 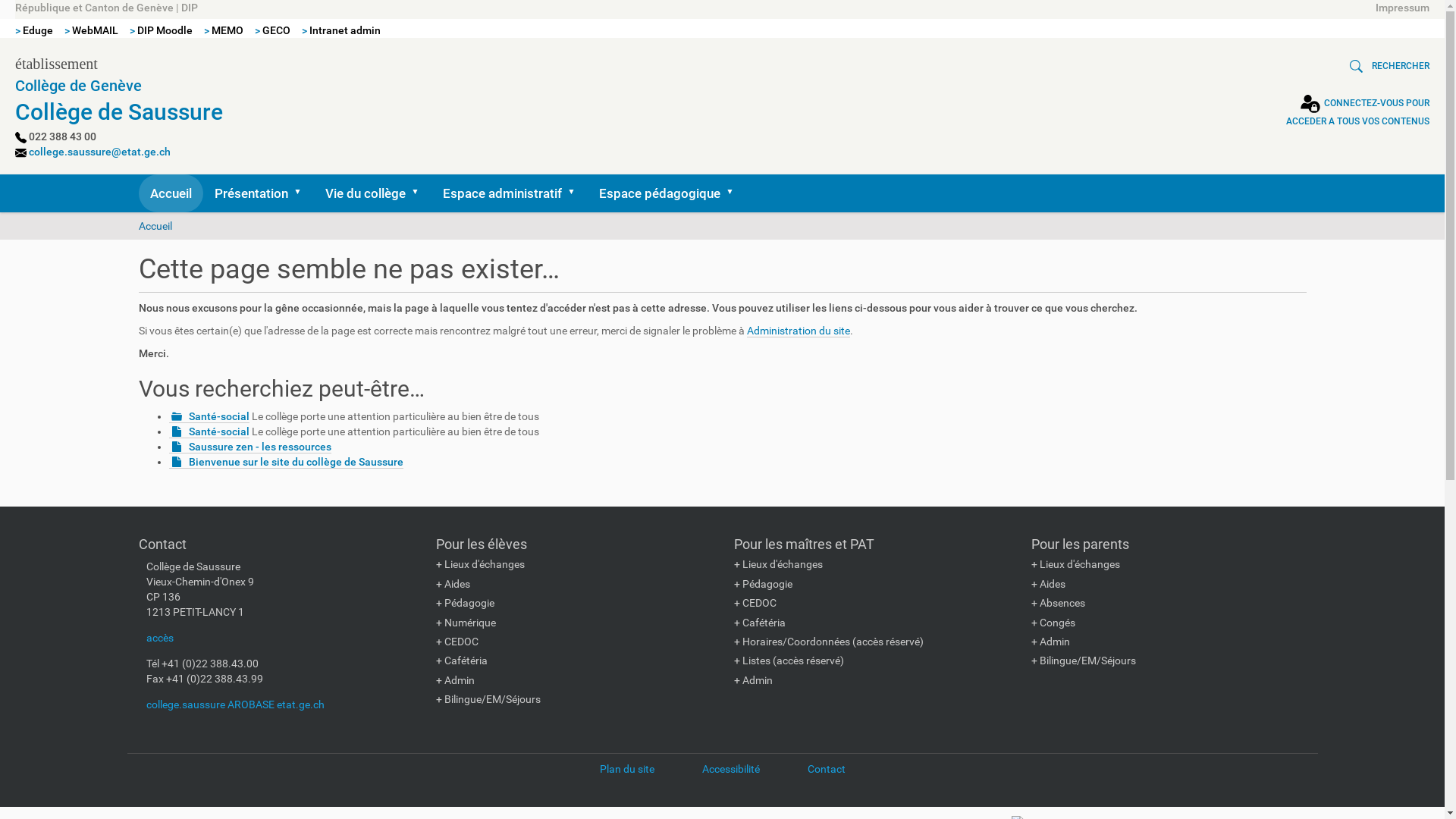 I want to click on '> Intranet admin', so click(x=340, y=30).